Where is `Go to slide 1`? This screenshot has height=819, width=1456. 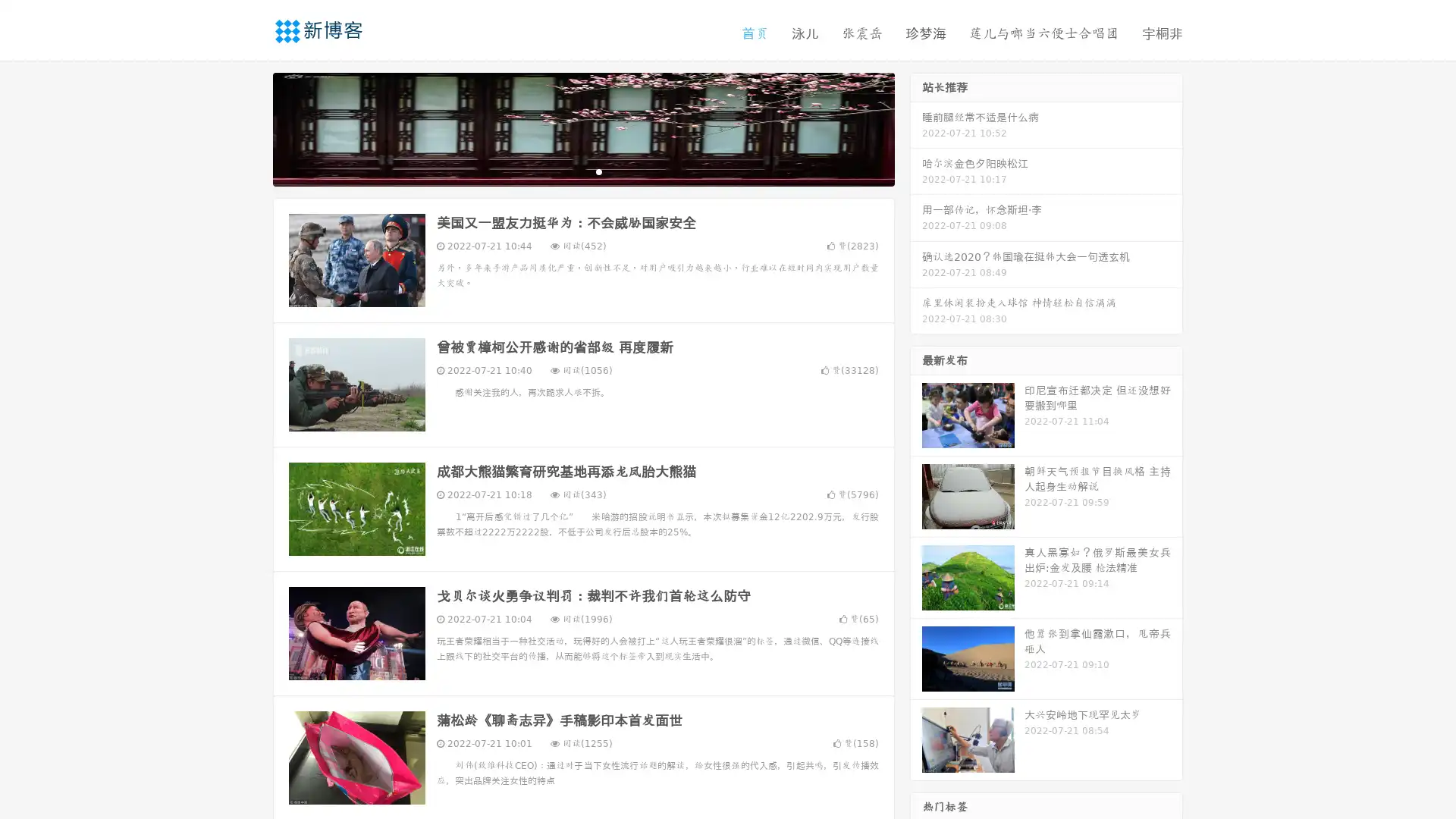
Go to slide 1 is located at coordinates (567, 171).